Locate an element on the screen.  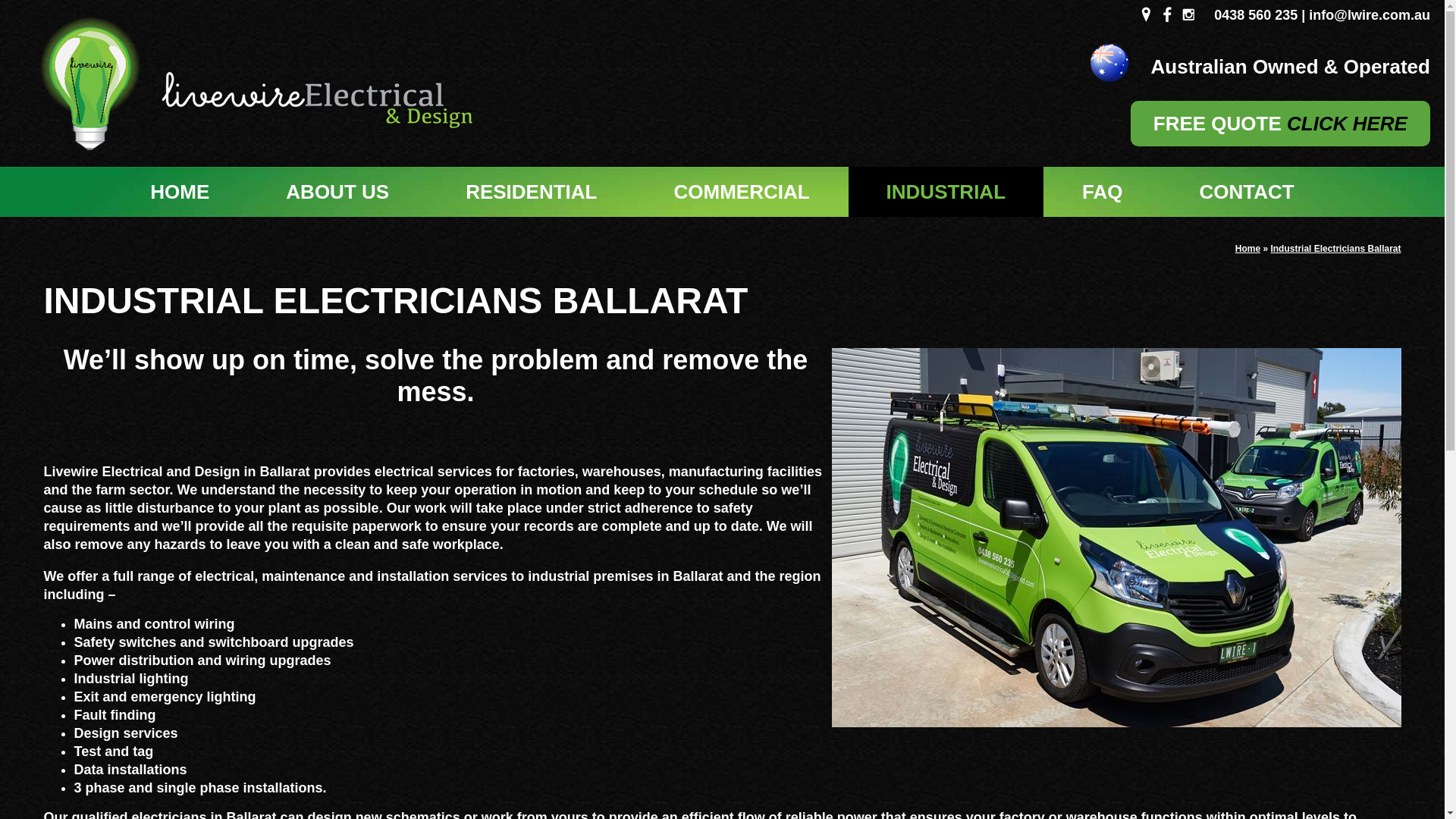
'INDUSTRIAL' is located at coordinates (945, 191).